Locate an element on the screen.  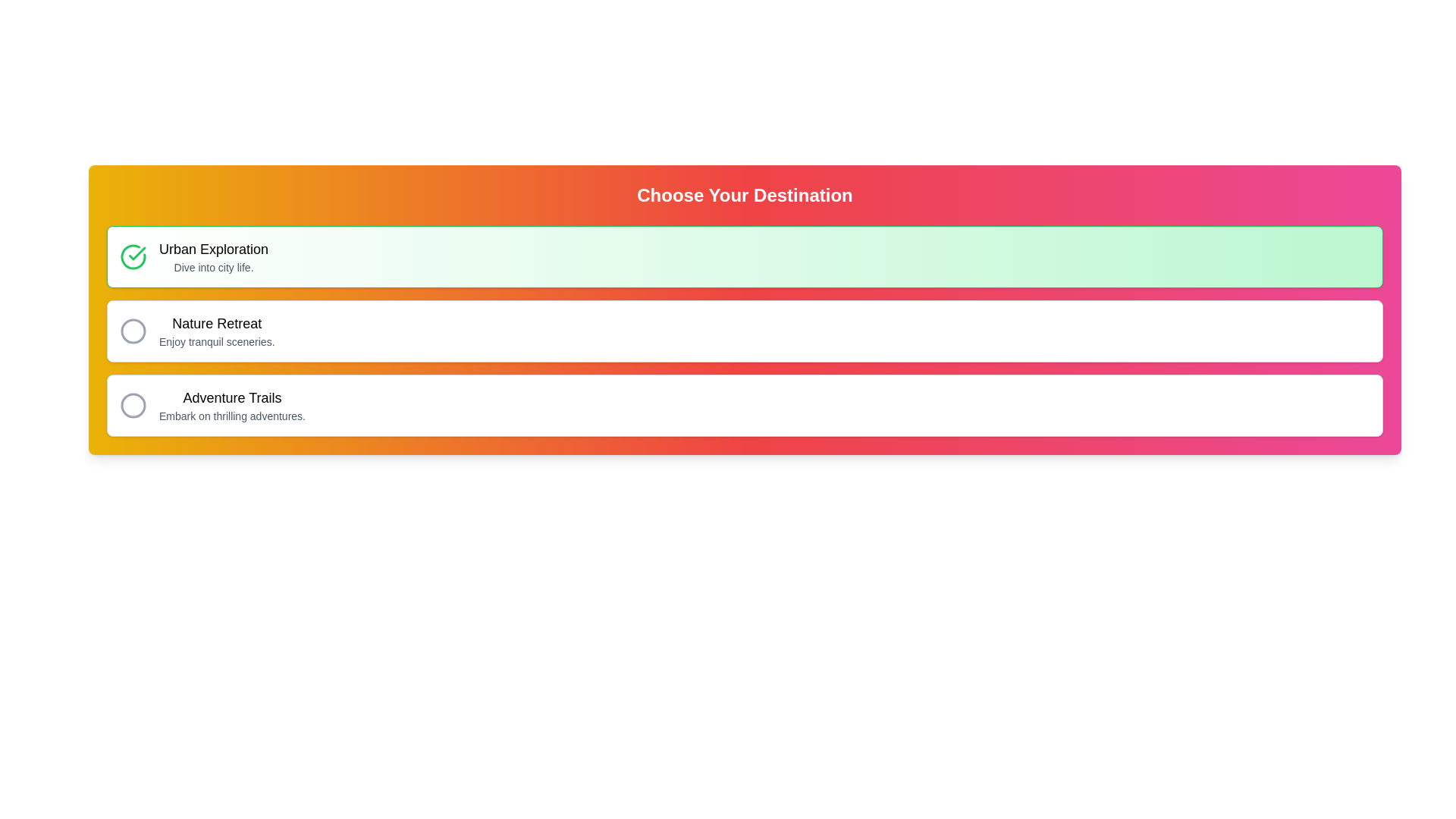
the Indicator Icon element with a green border and checkmark indicating selection for the 'Urban Exploration' item in the vertical menu is located at coordinates (133, 256).